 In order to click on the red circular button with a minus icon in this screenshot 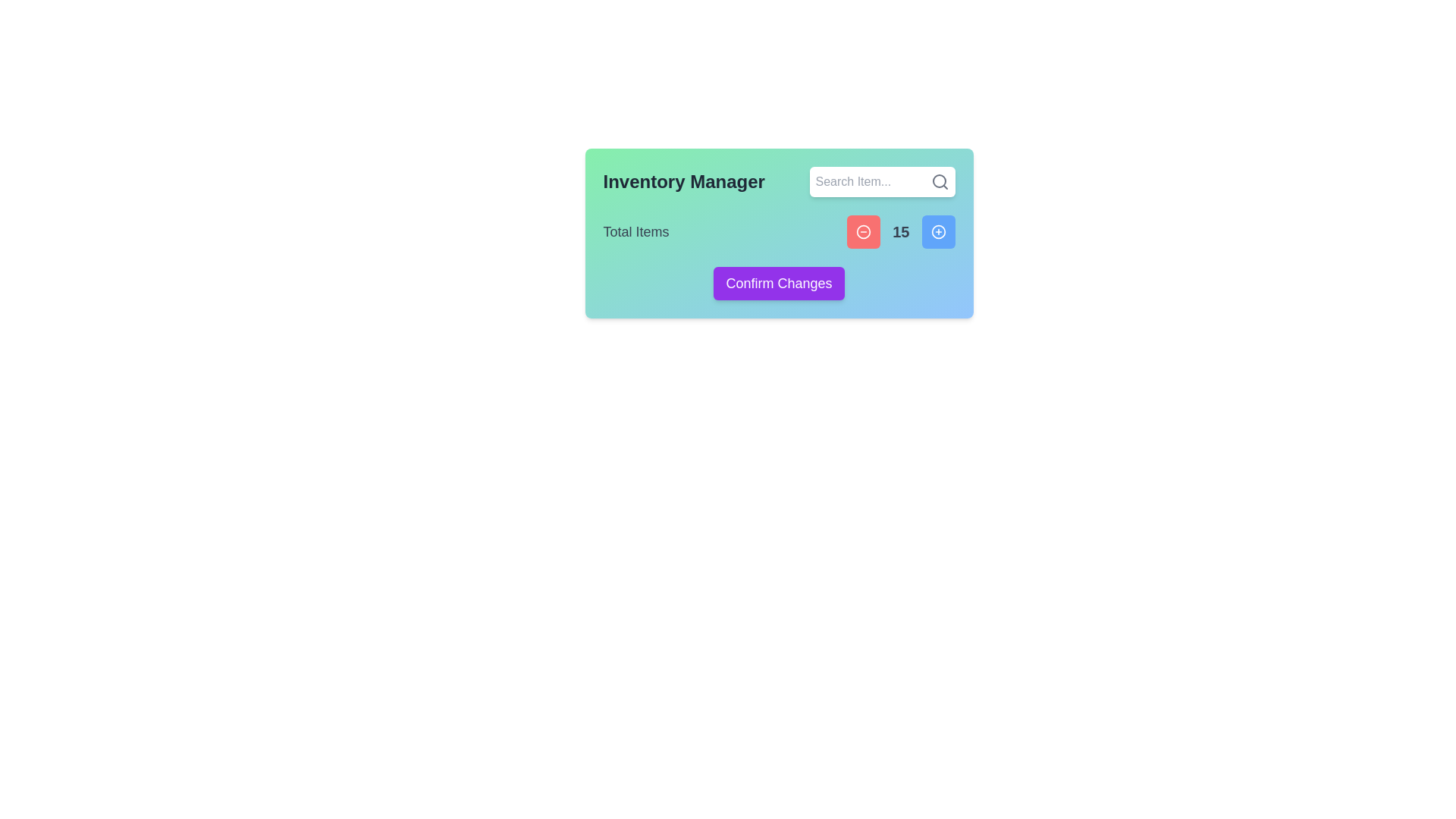, I will do `click(864, 231)`.